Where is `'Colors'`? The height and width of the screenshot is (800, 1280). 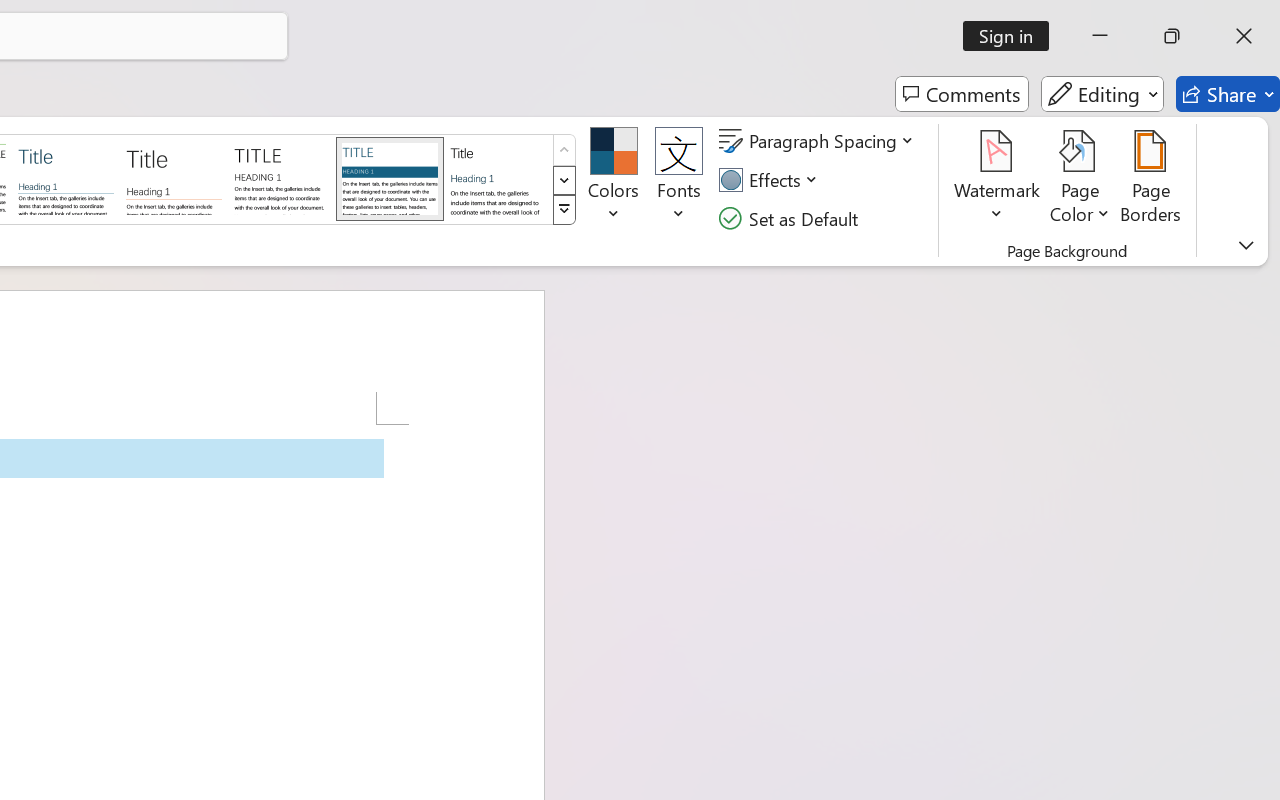
'Colors' is located at coordinates (612, 179).